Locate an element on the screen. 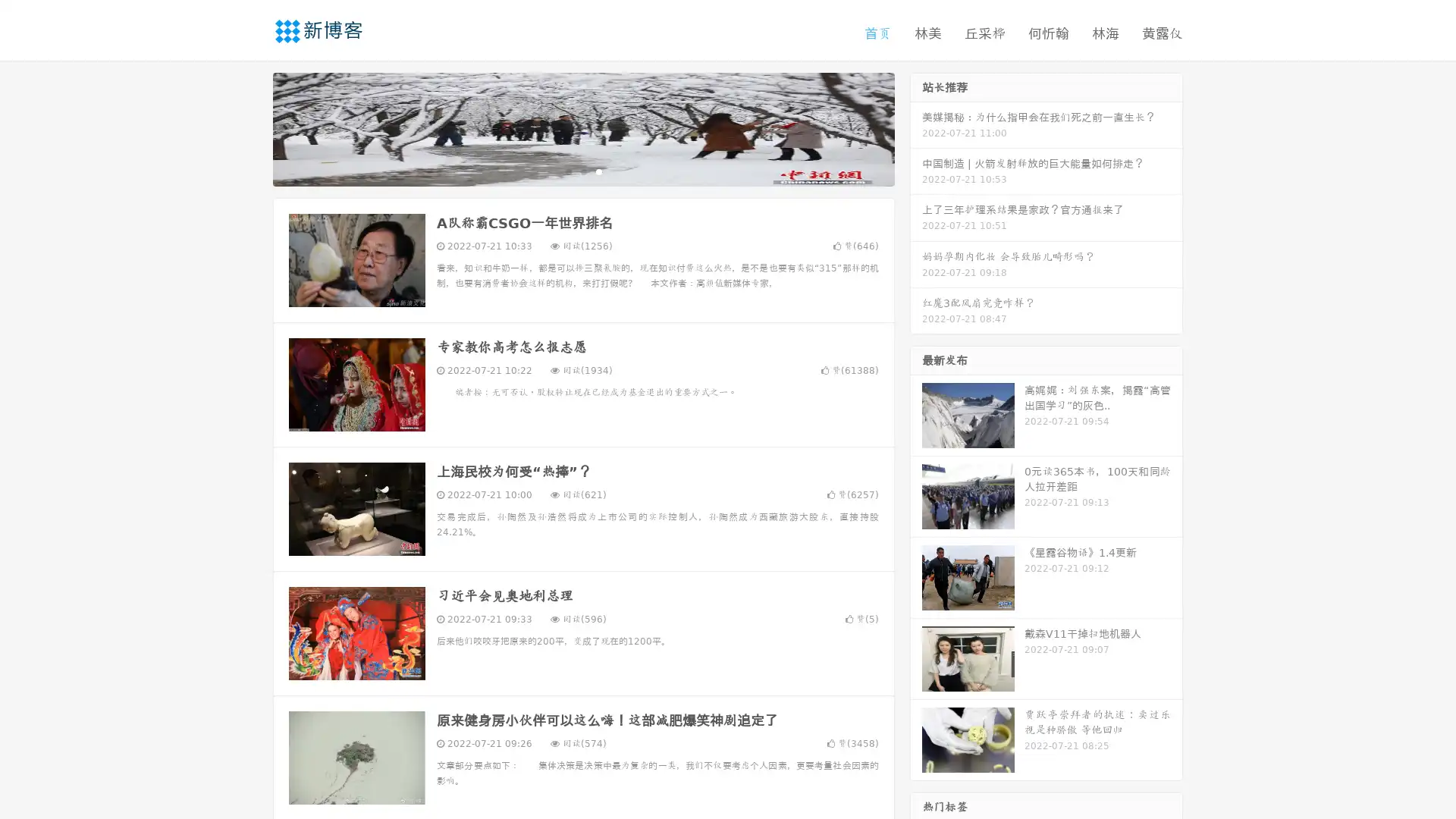 This screenshot has height=819, width=1456. Previous slide is located at coordinates (250, 127).